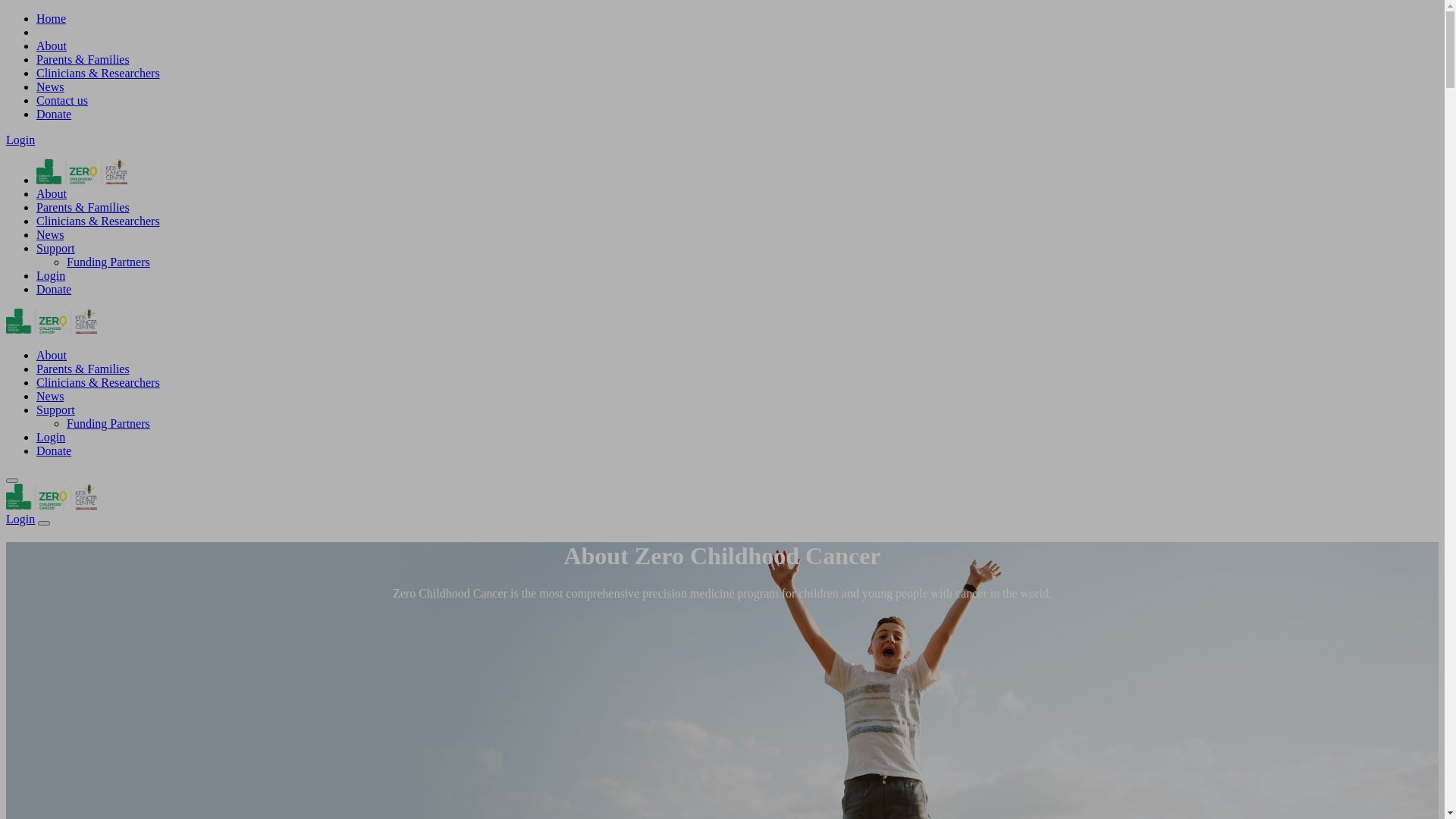 This screenshot has height=819, width=1456. Describe the element at coordinates (61, 100) in the screenshot. I see `'Contact us'` at that location.